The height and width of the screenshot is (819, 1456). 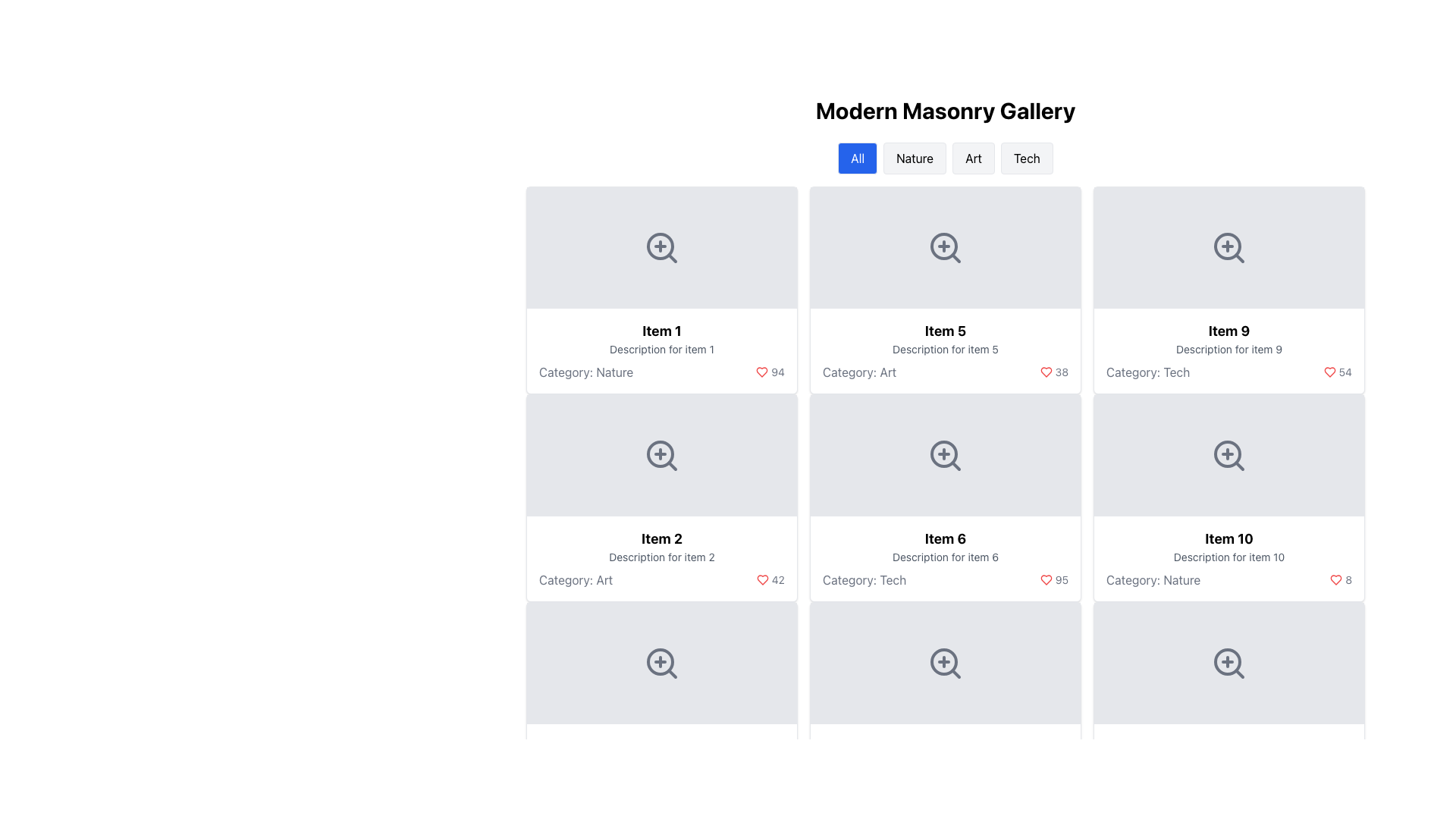 I want to click on the zoom-in icon represented by a gray magnifying glass with a plus sign, located at the top-center of the card labeled 'Item 9' in the grid layout, so click(x=1229, y=247).